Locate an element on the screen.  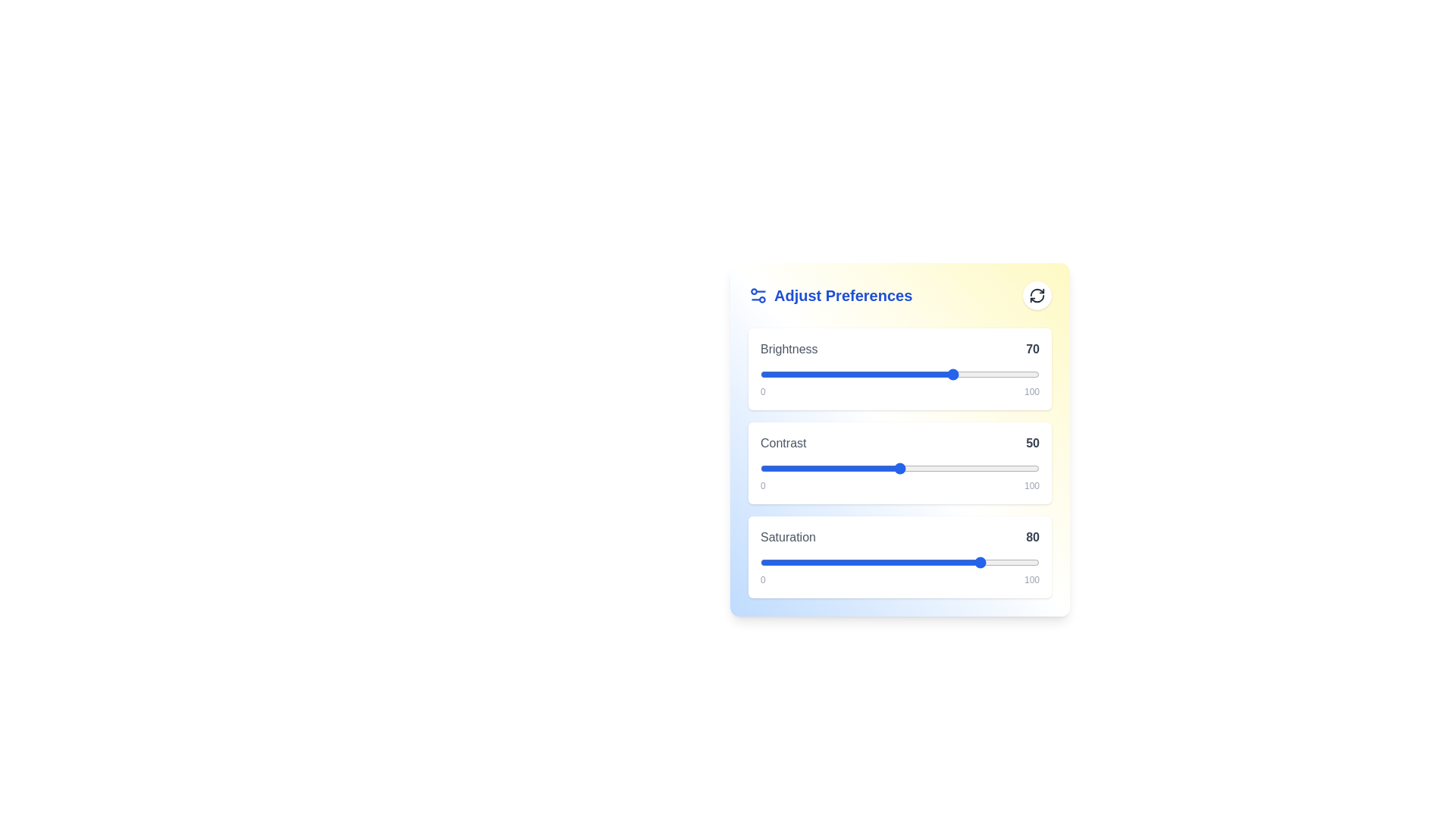
the Text label displaying a numerical range, which shows '0' on the left and '100' on the right, located at the bottom of the 'Contrast' slider group is located at coordinates (899, 485).